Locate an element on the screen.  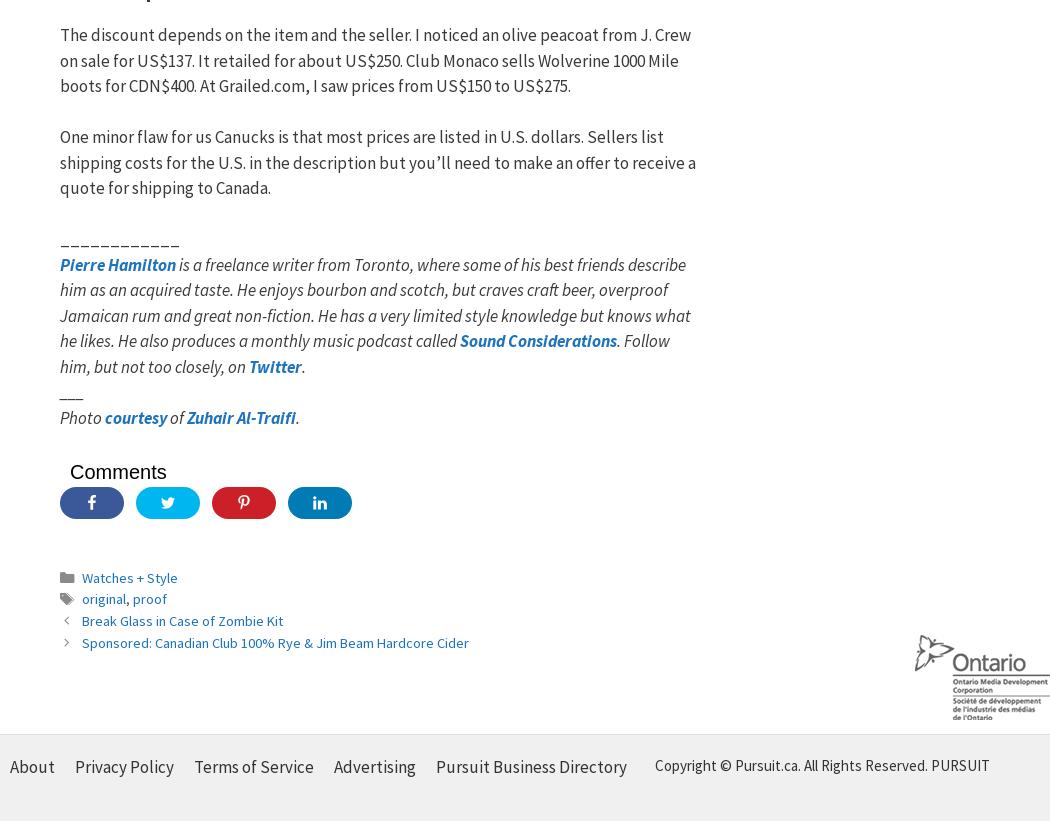
'Pierre Hamilton' is located at coordinates (117, 264).